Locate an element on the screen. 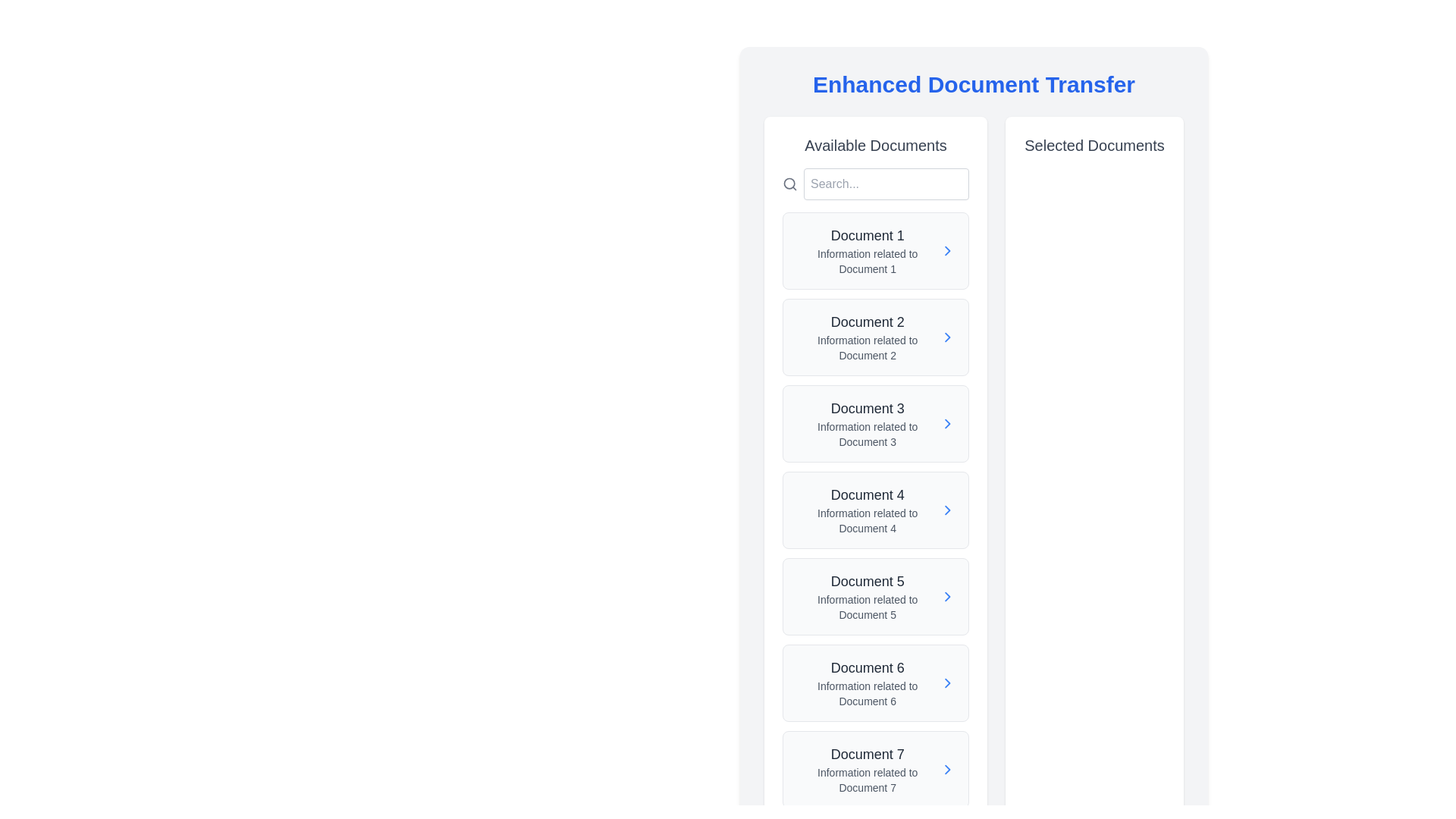  the small triangular arrow-shaped glyph pointing to the right, located within the second document entry in the 'Available Documents' section, closely aligning with the text label 'Document 2' is located at coordinates (947, 336).